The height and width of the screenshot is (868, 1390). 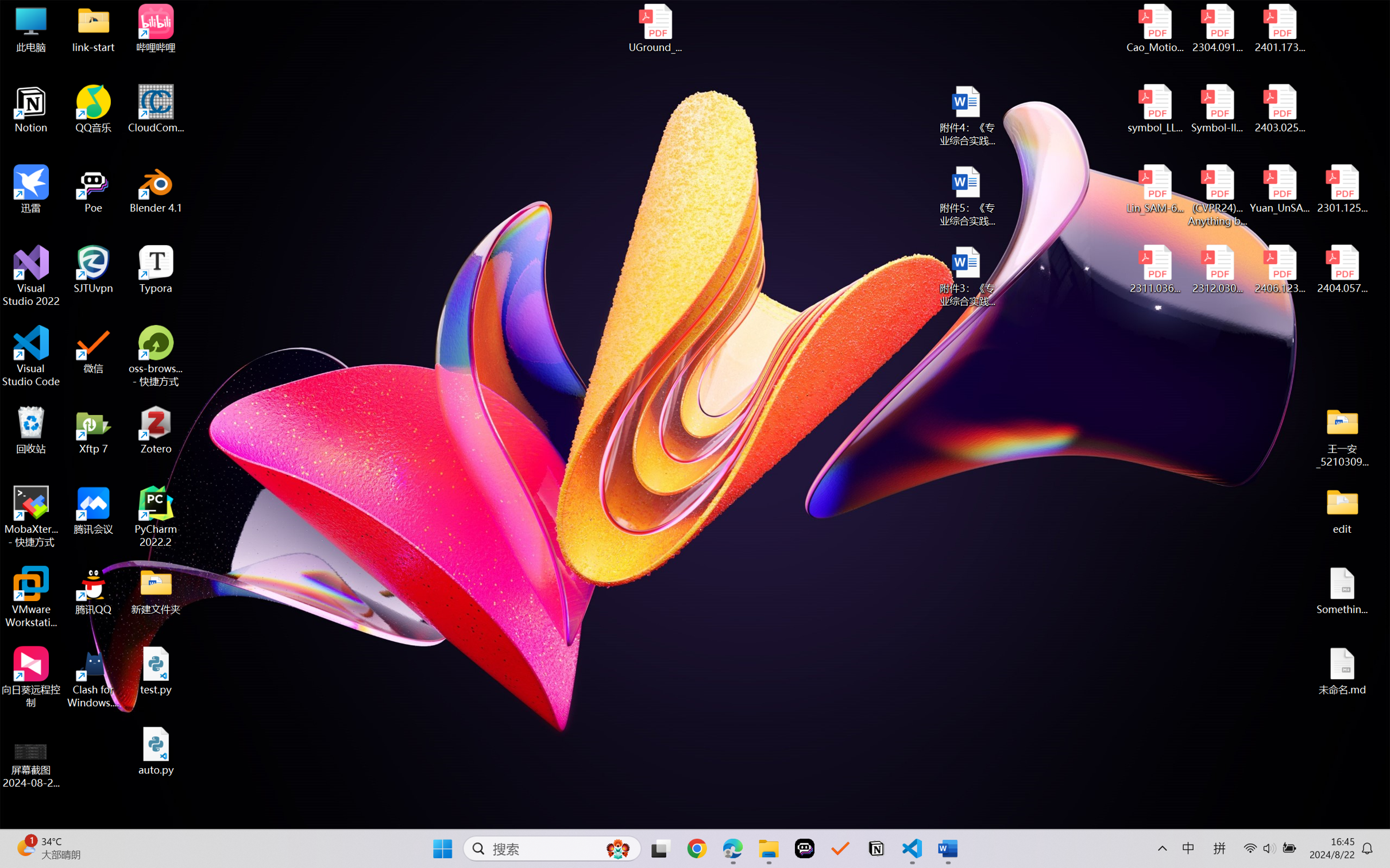 What do you see at coordinates (1341, 269) in the screenshot?
I see `'2404.05719v1.pdf'` at bounding box center [1341, 269].